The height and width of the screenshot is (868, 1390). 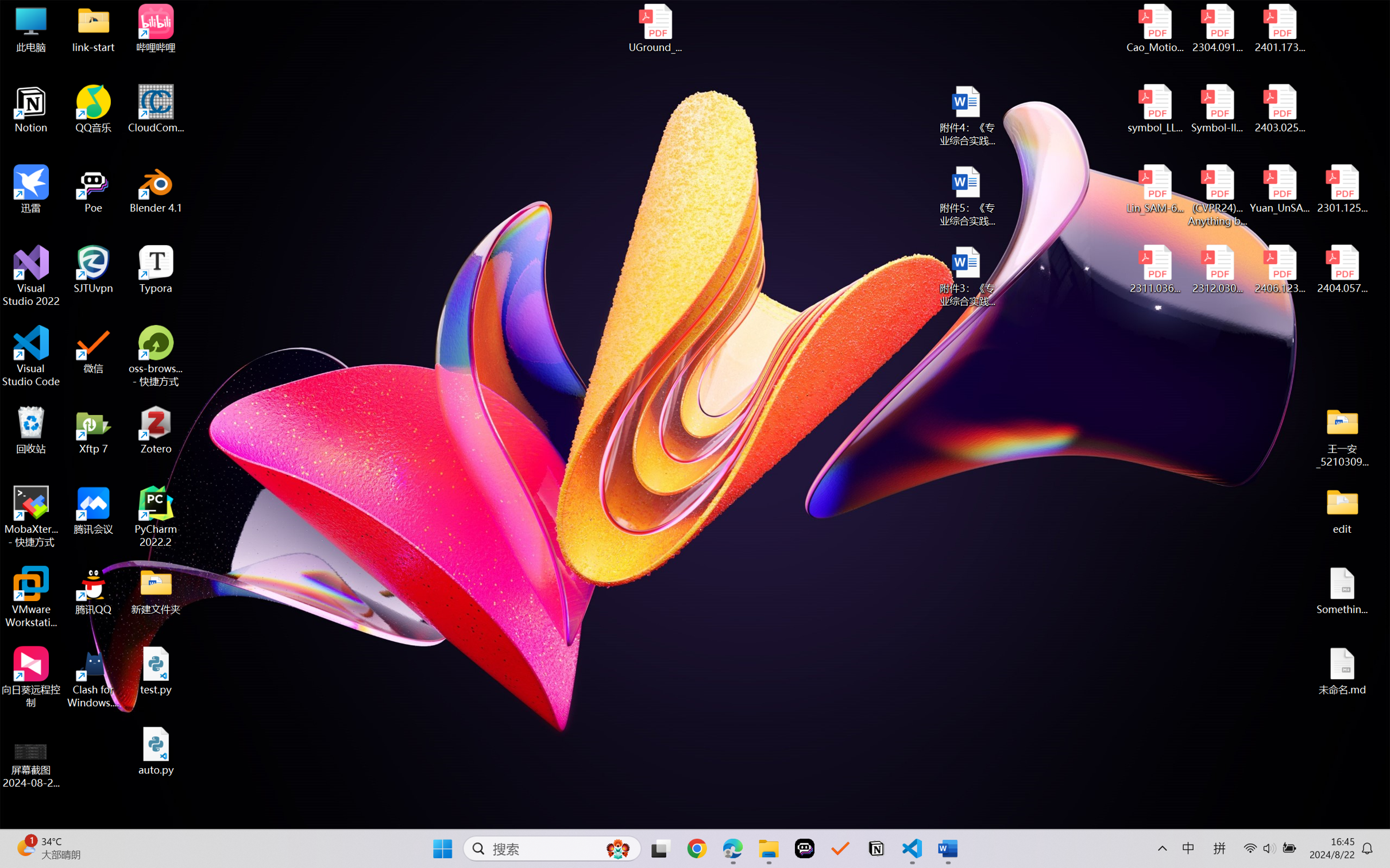 What do you see at coordinates (1341, 269) in the screenshot?
I see `'2404.05719v1.pdf'` at bounding box center [1341, 269].